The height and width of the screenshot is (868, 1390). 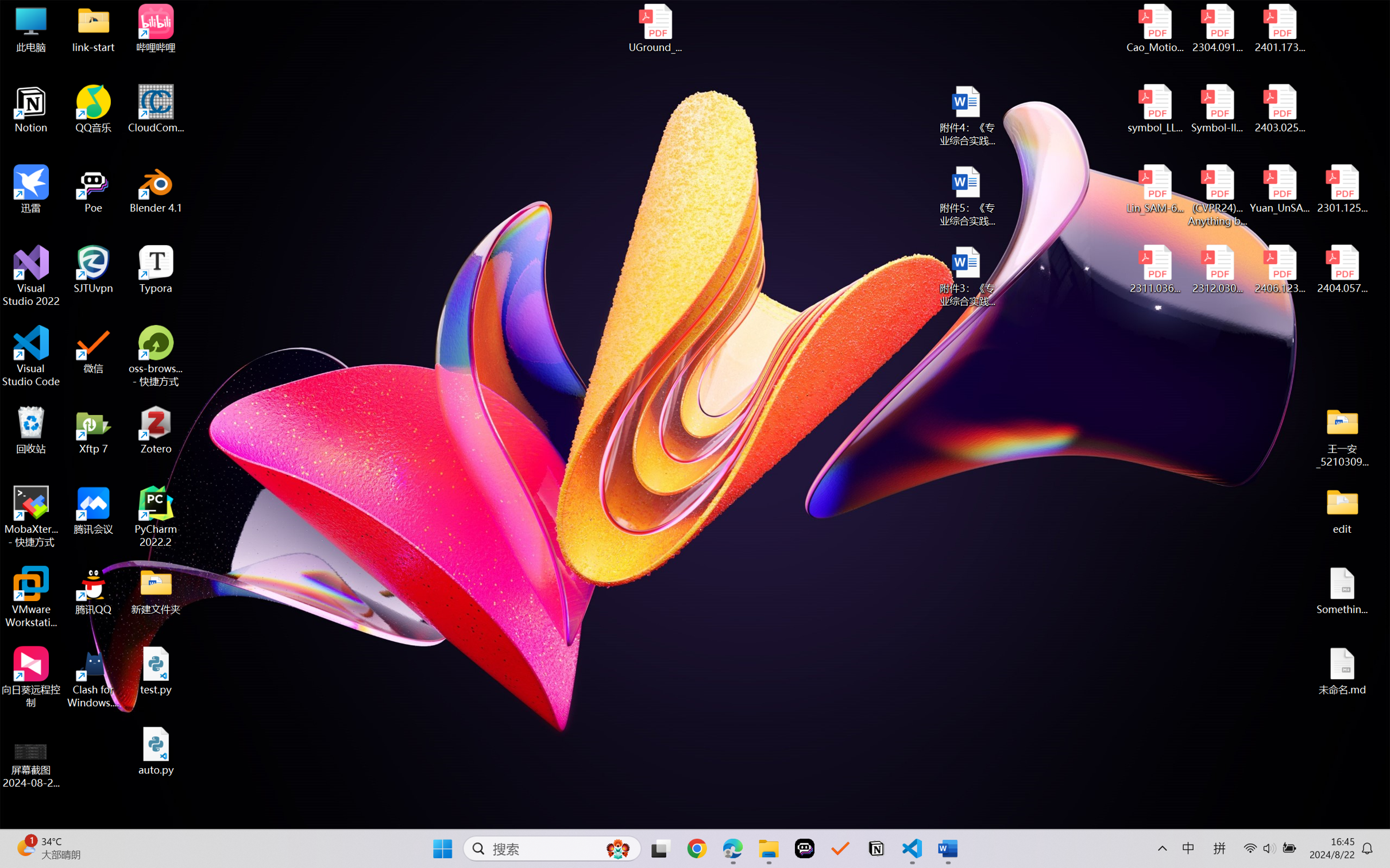 What do you see at coordinates (1341, 269) in the screenshot?
I see `'2404.05719v1.pdf'` at bounding box center [1341, 269].